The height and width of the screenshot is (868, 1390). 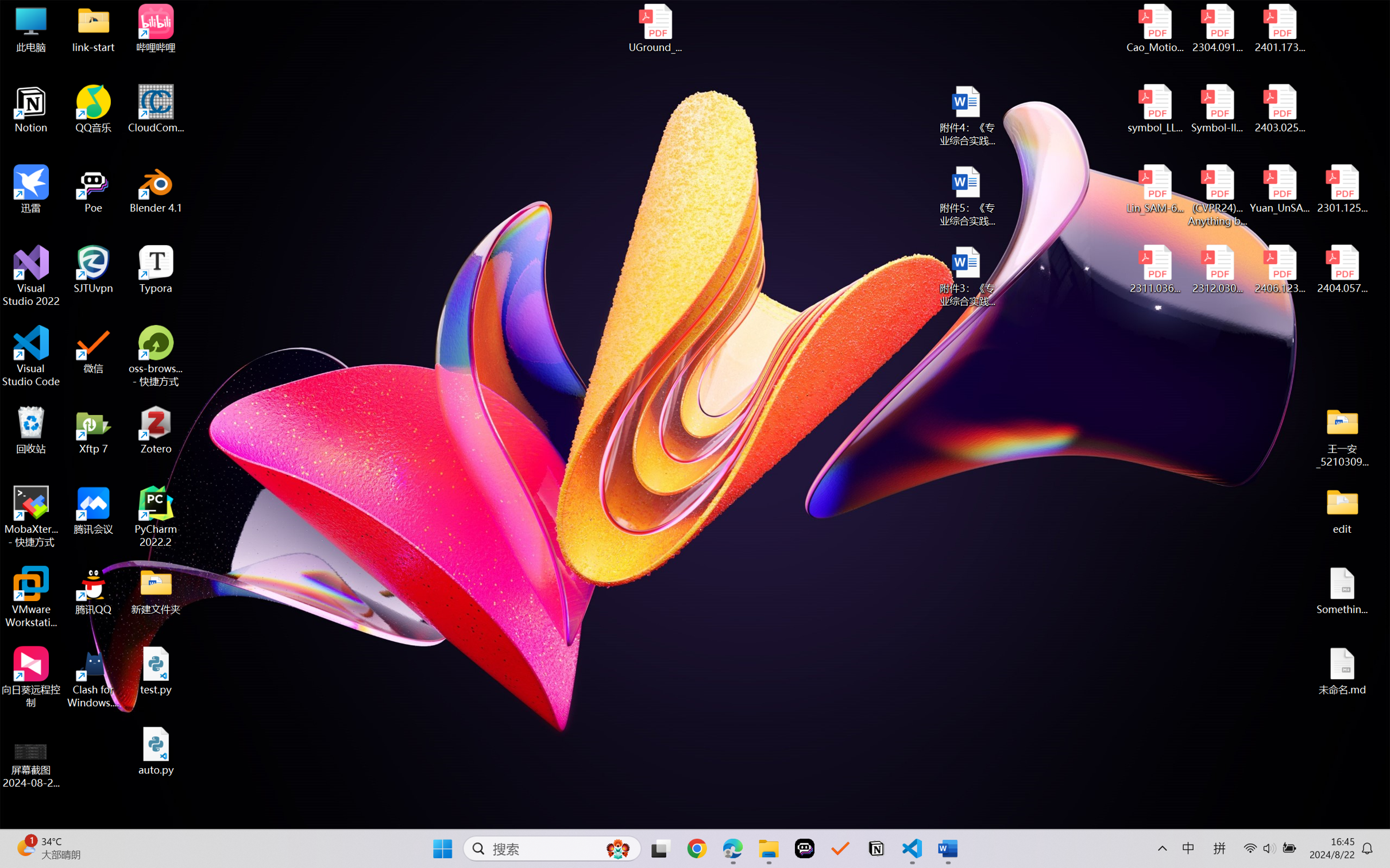 What do you see at coordinates (1341, 269) in the screenshot?
I see `'2404.05719v1.pdf'` at bounding box center [1341, 269].